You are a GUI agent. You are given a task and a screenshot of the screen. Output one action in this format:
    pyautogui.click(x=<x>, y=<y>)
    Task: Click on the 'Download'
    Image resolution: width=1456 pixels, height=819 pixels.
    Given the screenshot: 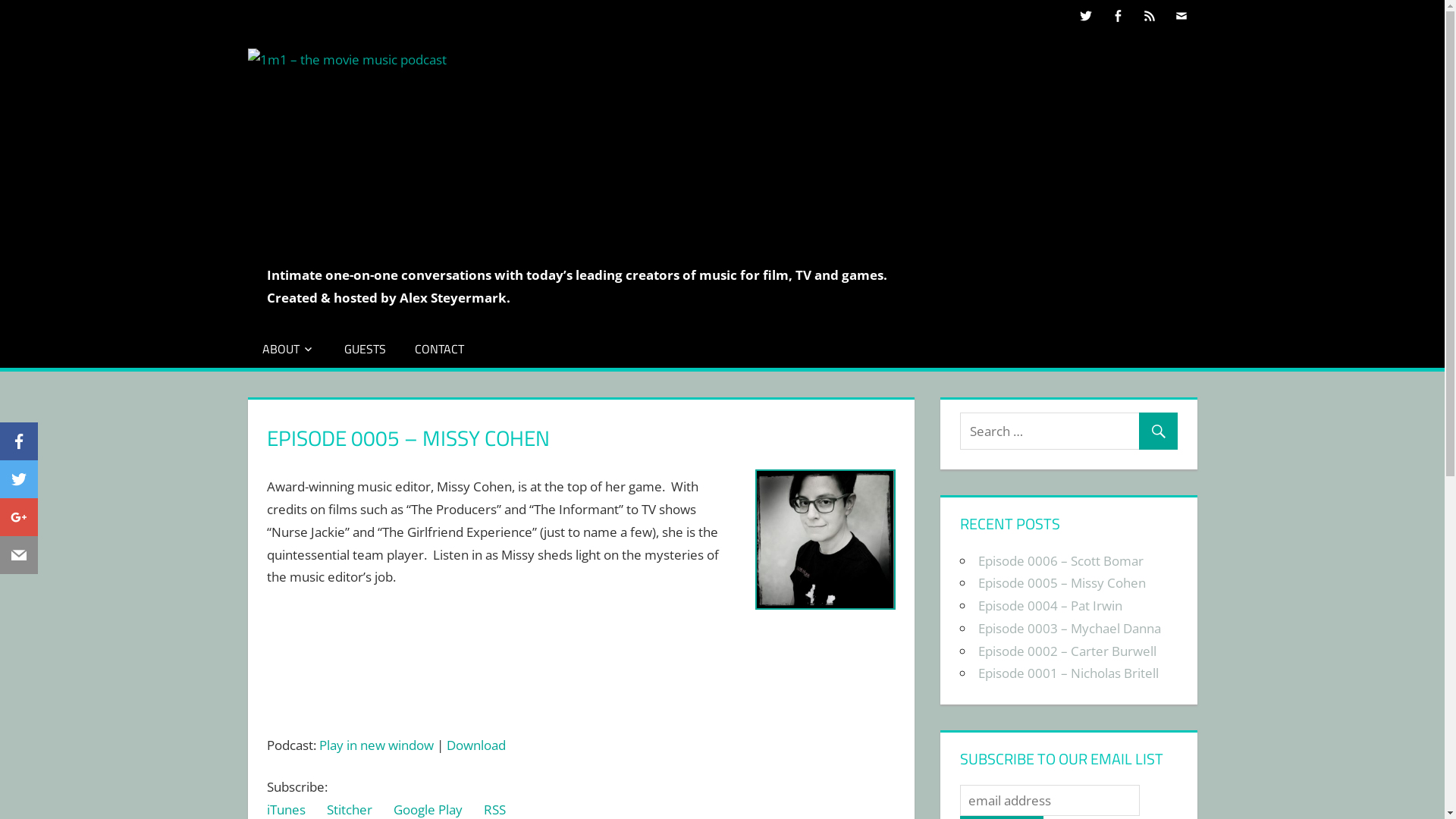 What is the action you would take?
    pyautogui.click(x=475, y=744)
    